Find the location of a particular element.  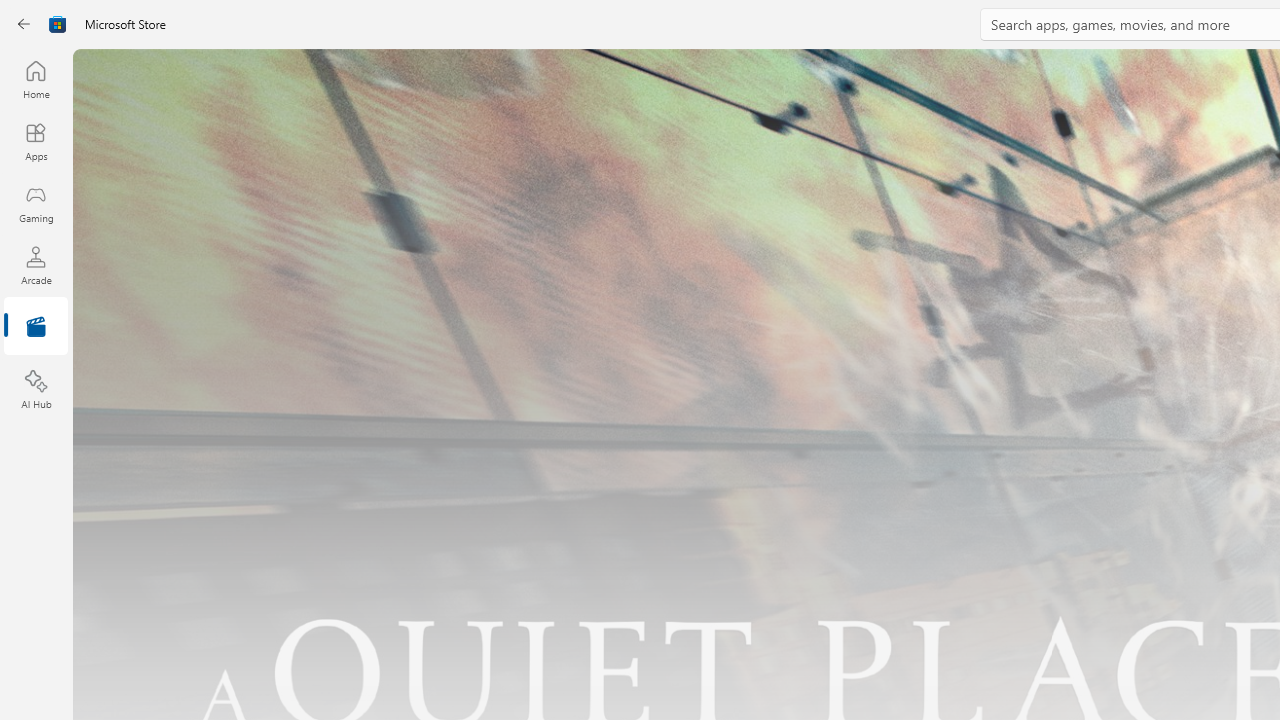

'AI Hub' is located at coordinates (35, 390).